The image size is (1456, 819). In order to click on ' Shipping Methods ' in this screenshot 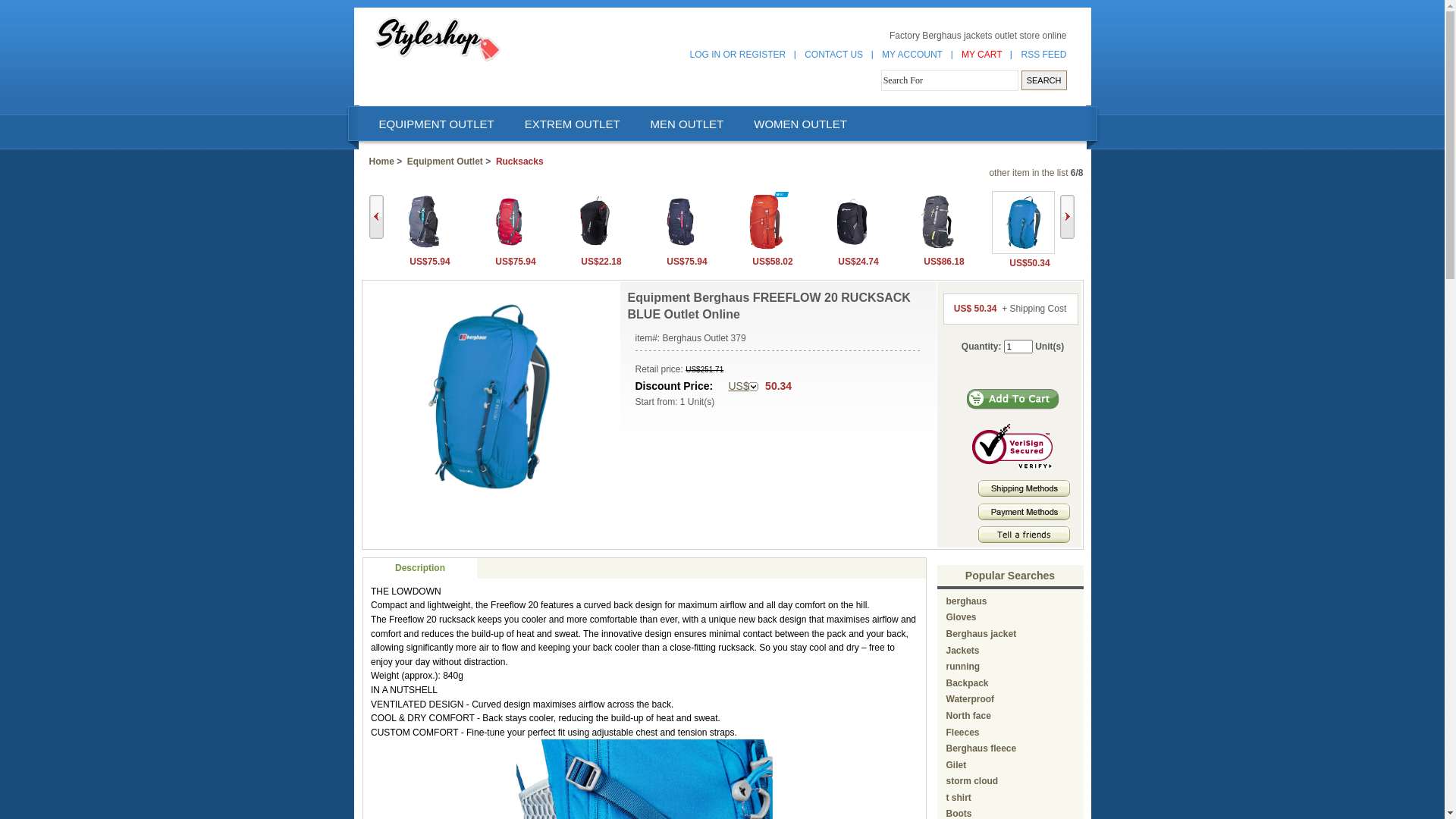, I will do `click(1024, 488)`.